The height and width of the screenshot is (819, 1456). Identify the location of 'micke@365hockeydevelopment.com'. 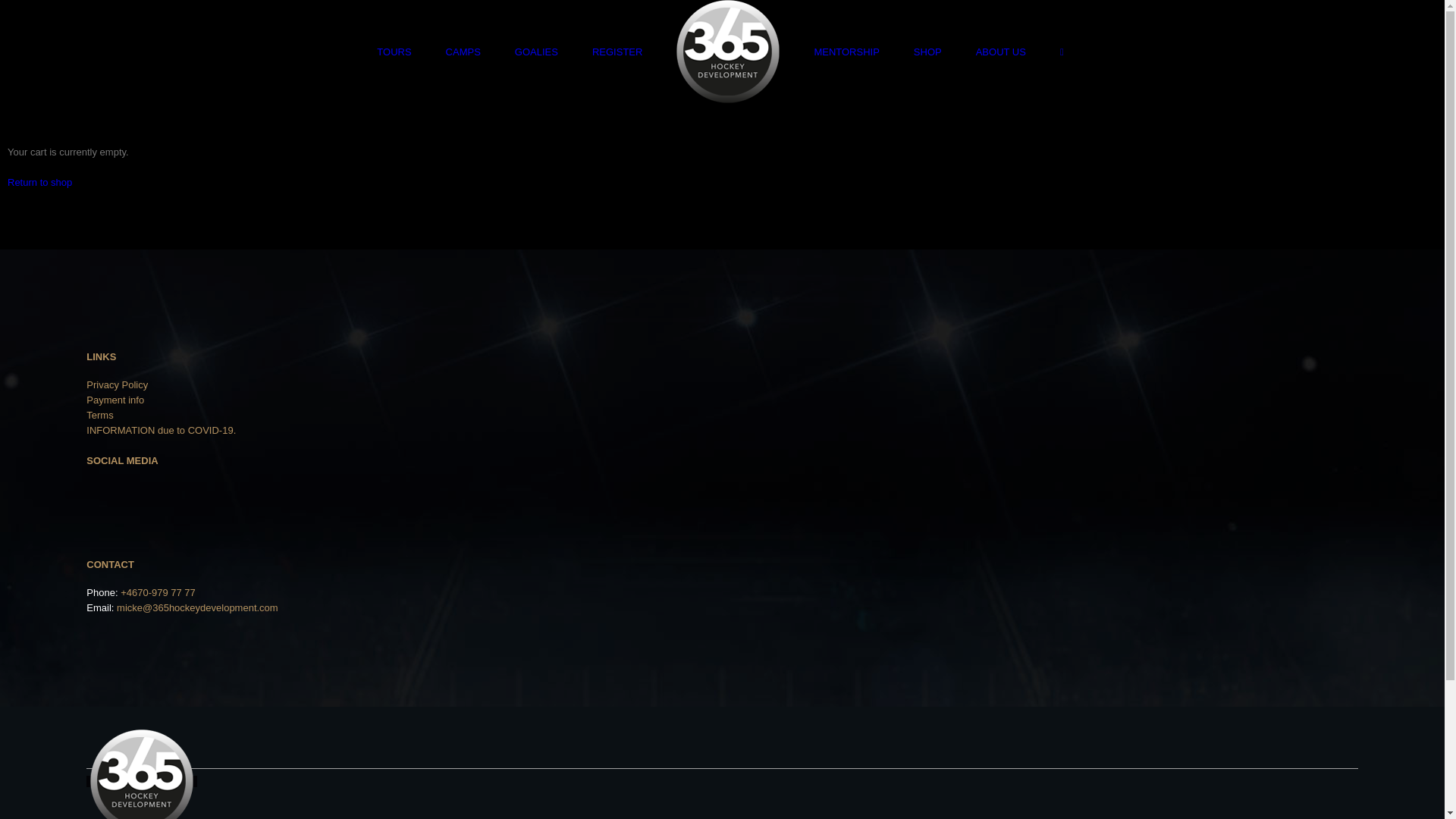
(196, 607).